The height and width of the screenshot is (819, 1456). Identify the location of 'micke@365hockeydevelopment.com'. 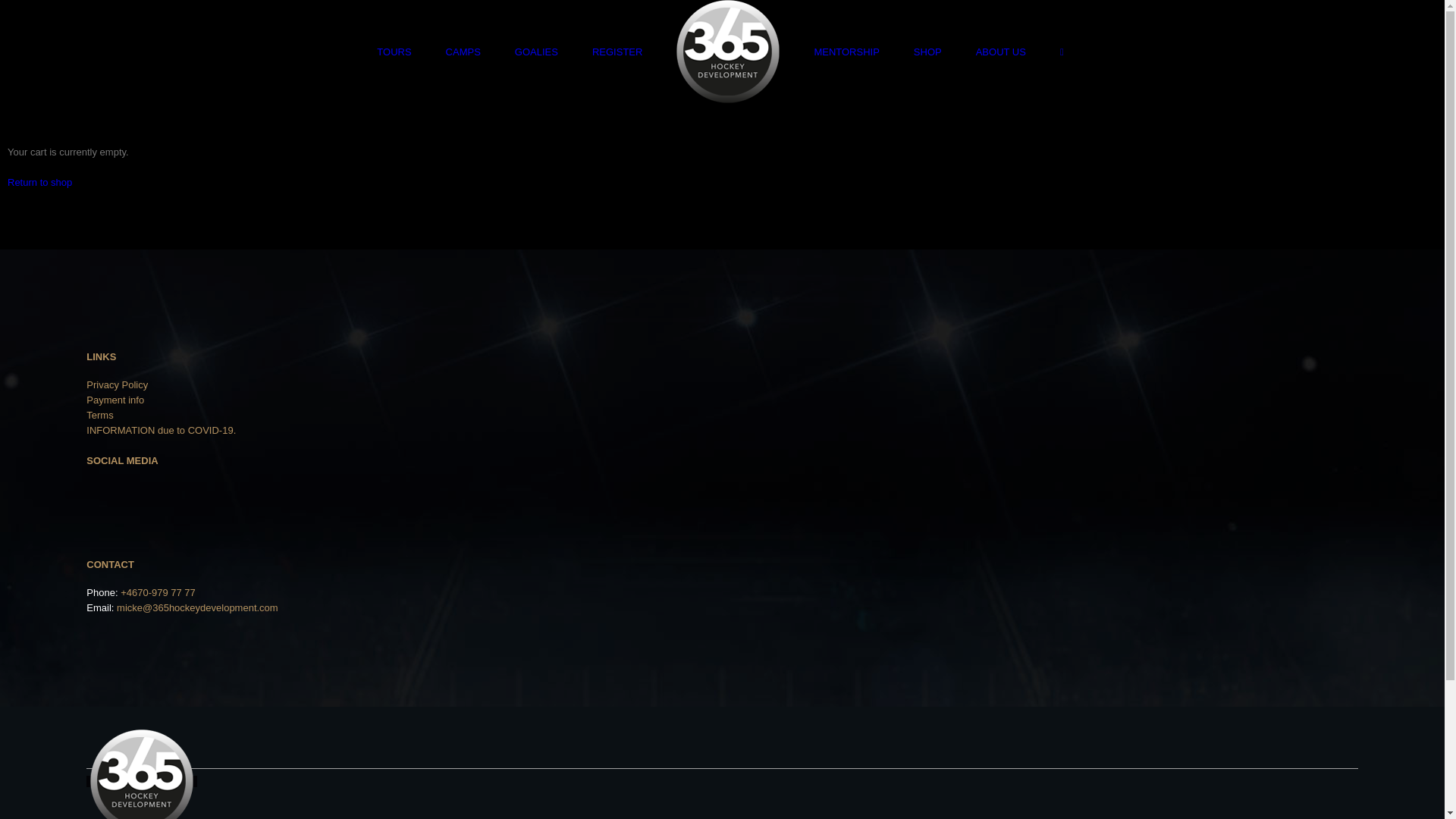
(196, 607).